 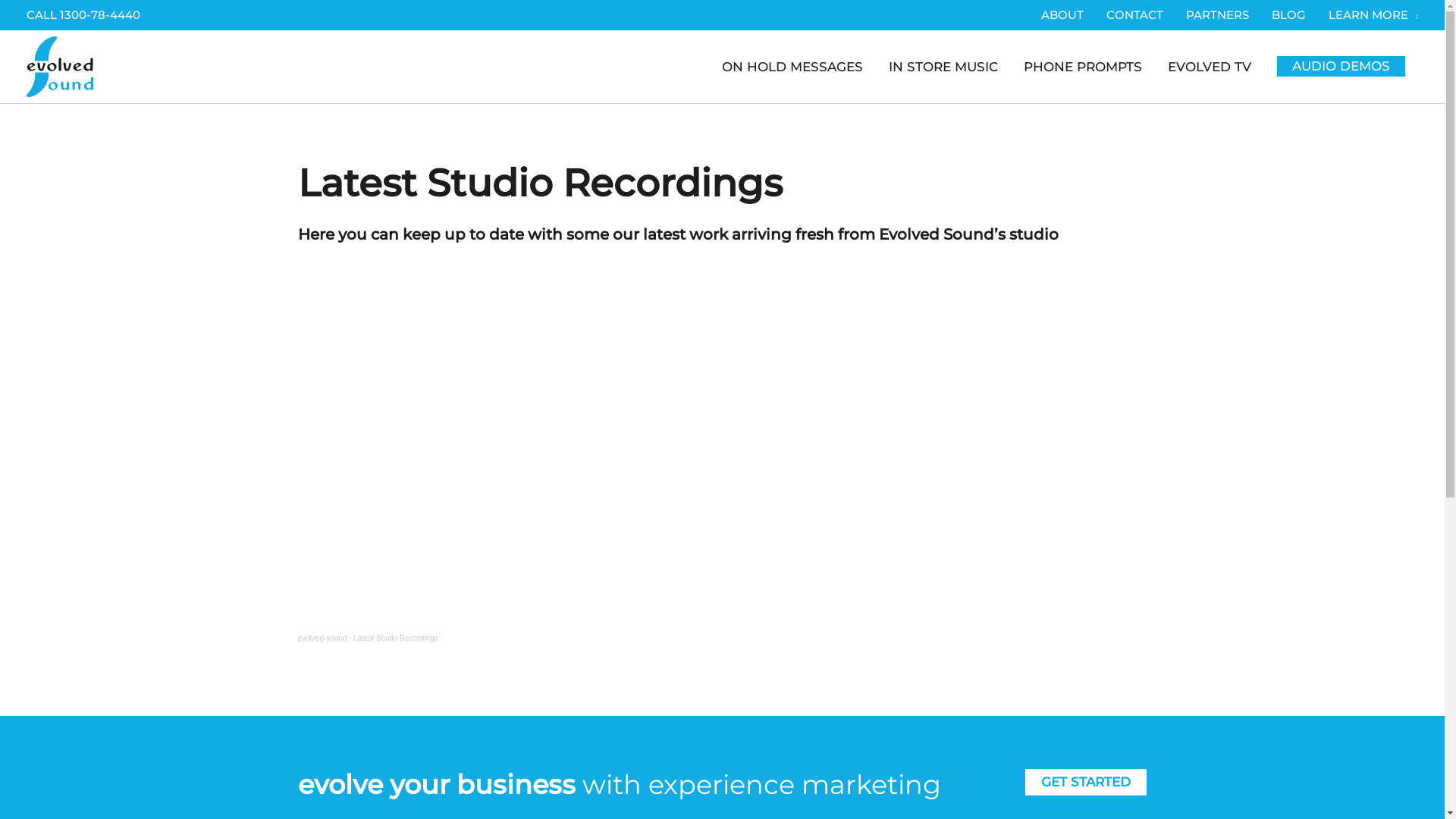 What do you see at coordinates (1367, 14) in the screenshot?
I see `'LEARN MORE'` at bounding box center [1367, 14].